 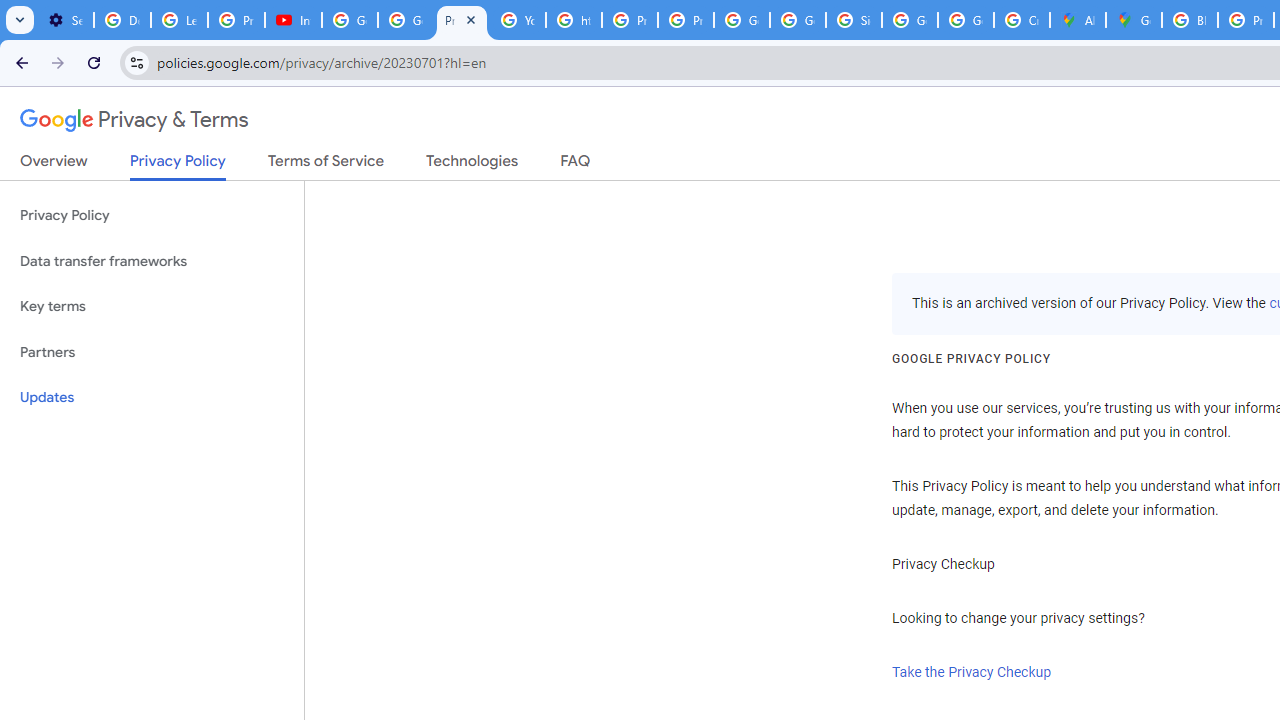 What do you see at coordinates (151, 351) in the screenshot?
I see `'Partners'` at bounding box center [151, 351].